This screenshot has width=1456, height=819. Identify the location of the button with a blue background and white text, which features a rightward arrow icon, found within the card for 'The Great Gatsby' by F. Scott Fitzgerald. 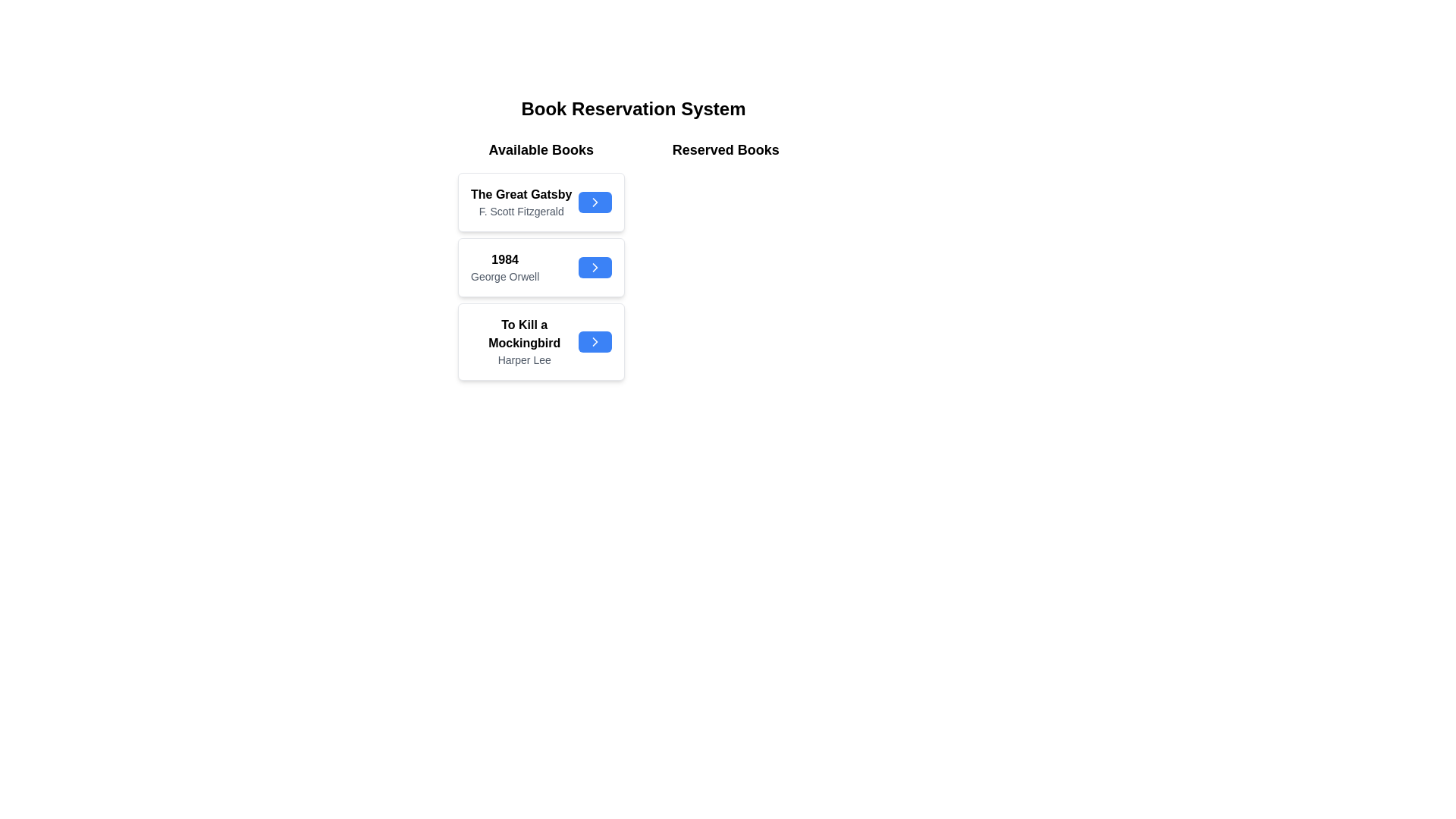
(594, 201).